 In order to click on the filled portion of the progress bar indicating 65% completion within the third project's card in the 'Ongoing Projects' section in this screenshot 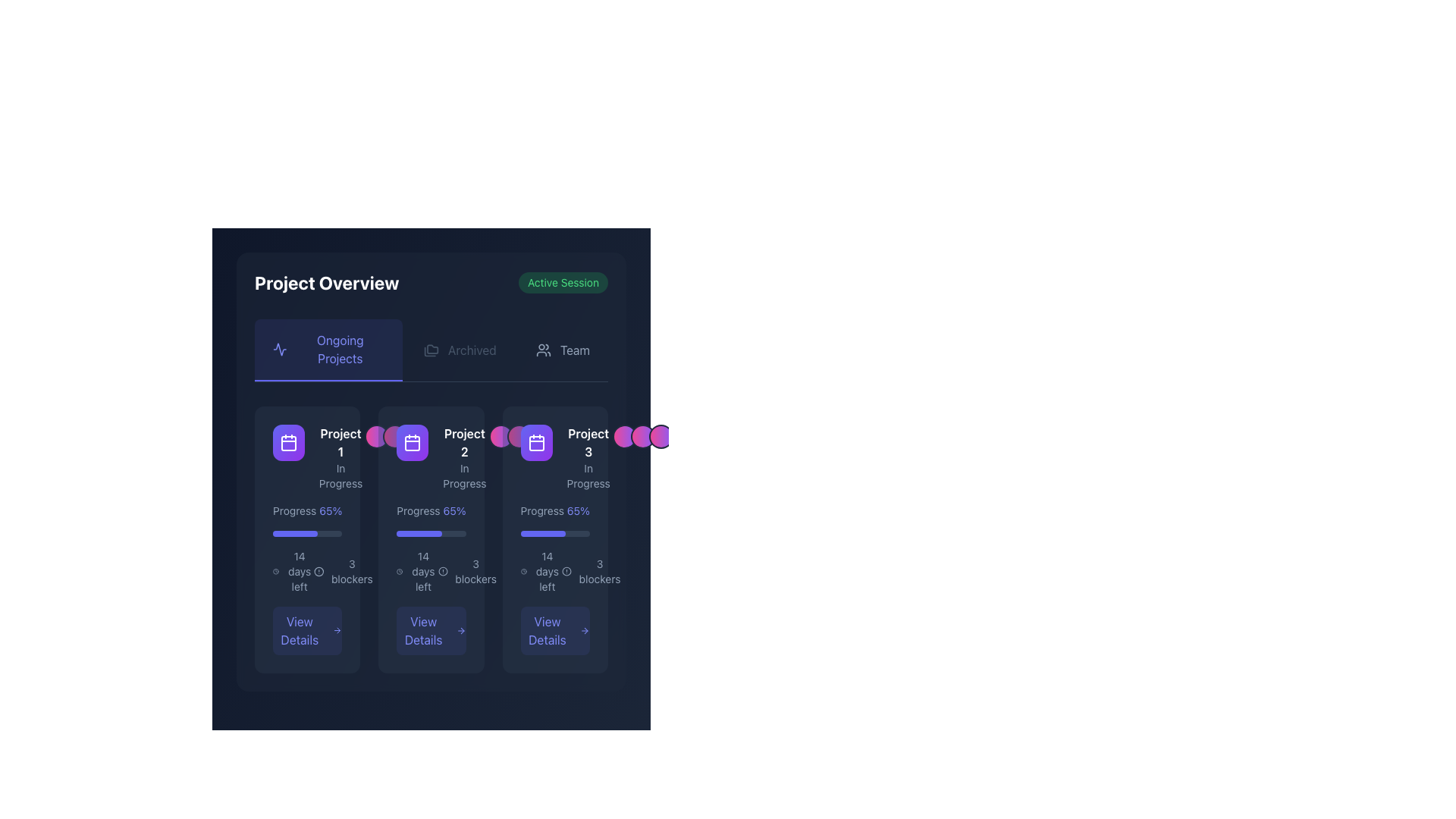, I will do `click(543, 533)`.